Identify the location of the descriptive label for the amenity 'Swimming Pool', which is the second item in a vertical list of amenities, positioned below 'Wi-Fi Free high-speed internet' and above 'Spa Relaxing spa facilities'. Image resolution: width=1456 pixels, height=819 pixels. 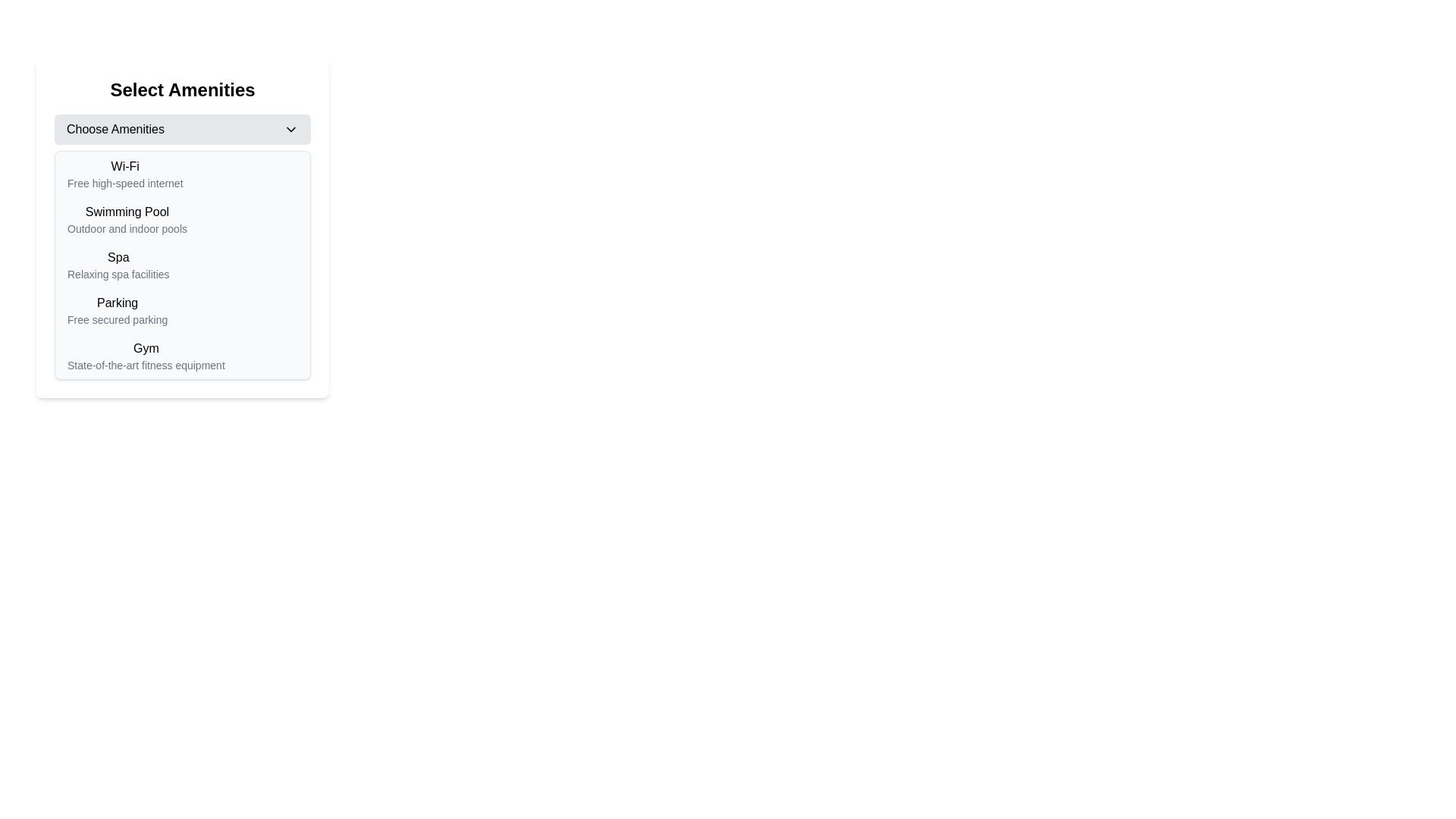
(182, 219).